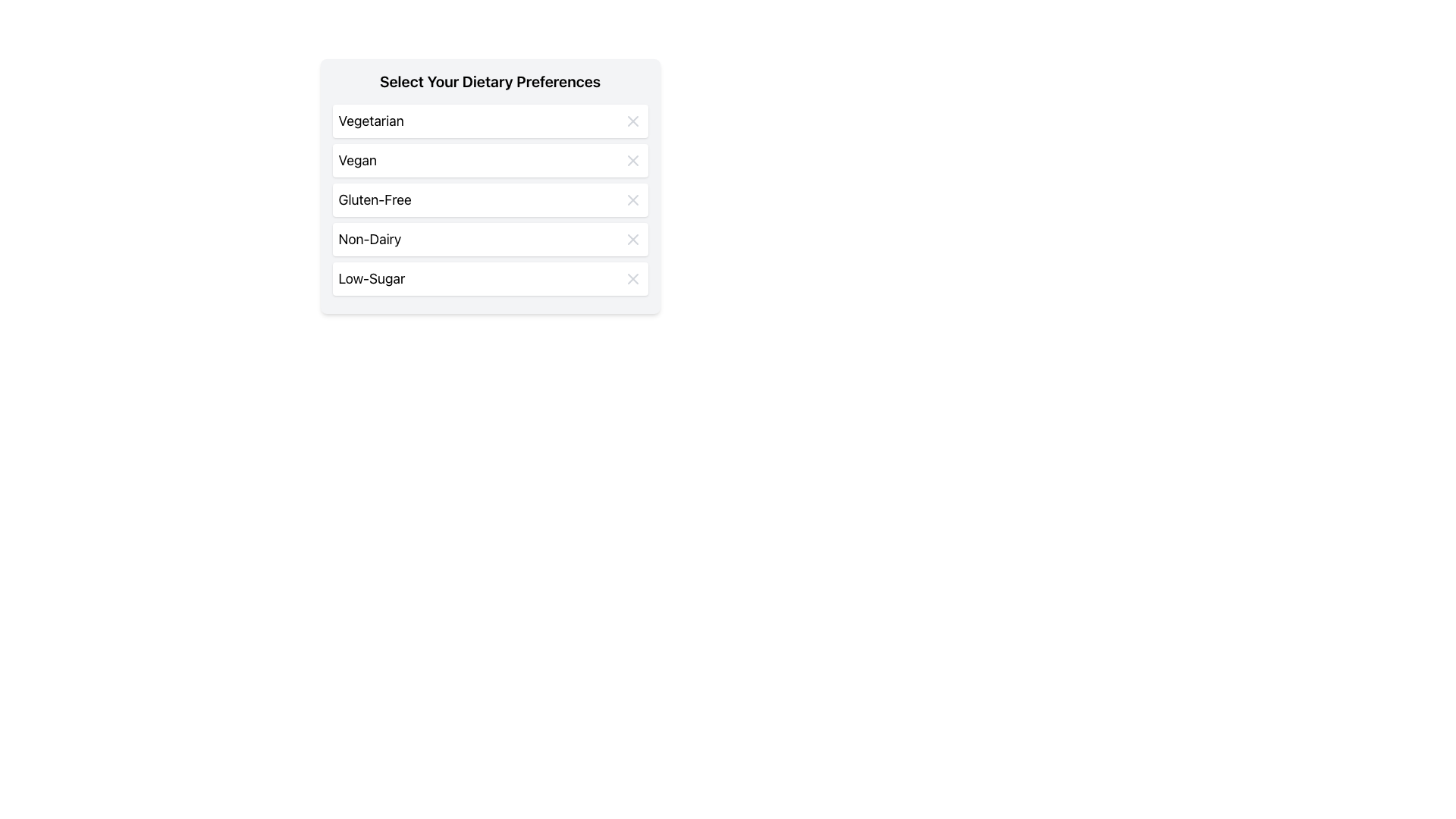  Describe the element at coordinates (632, 161) in the screenshot. I see `the gray cross icon located to the right of the 'Vegan' dietary preference label` at that location.